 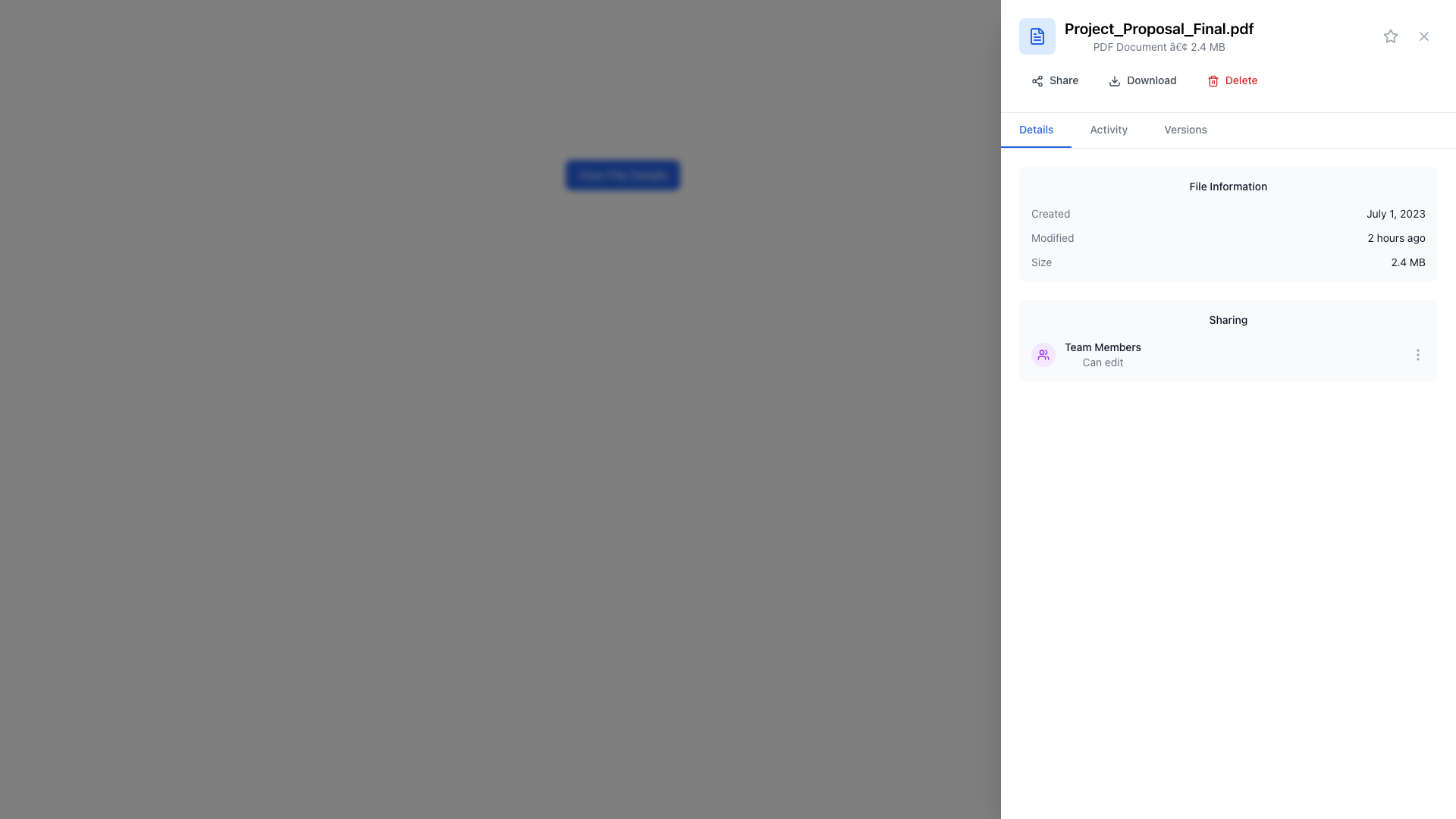 I want to click on the static text label containing 'PDF Document • 2.4 MB', which is located directly underneath the file name 'Project_Proposal_Final.pdf' in the details panel, so click(x=1158, y=45).